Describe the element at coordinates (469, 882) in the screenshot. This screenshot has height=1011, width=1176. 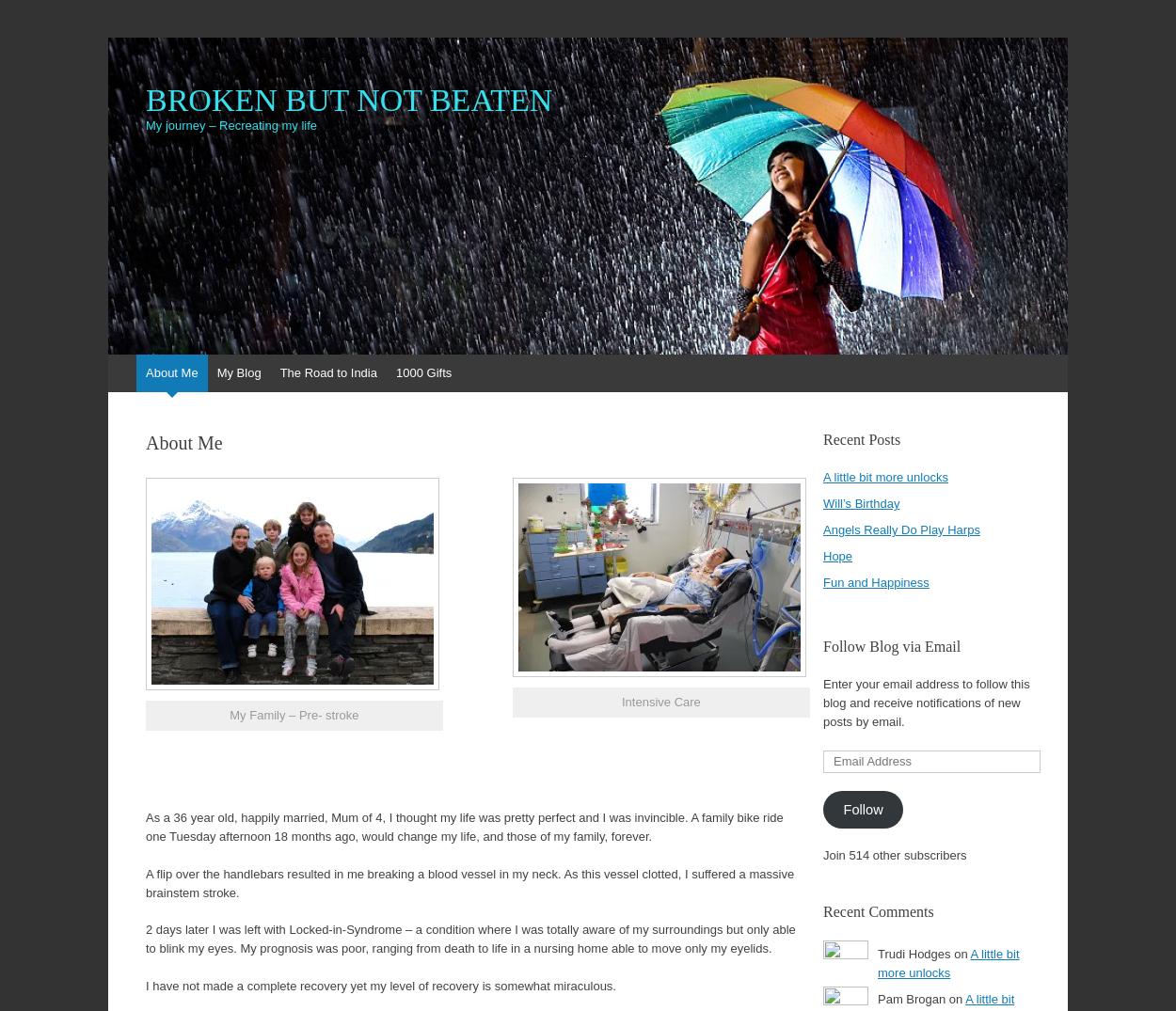
I see `'A flip over the handlebars resulted in me breaking a blood vessel in my neck. As this vessel clotted, I suffered a massive brainstem stroke.'` at that location.